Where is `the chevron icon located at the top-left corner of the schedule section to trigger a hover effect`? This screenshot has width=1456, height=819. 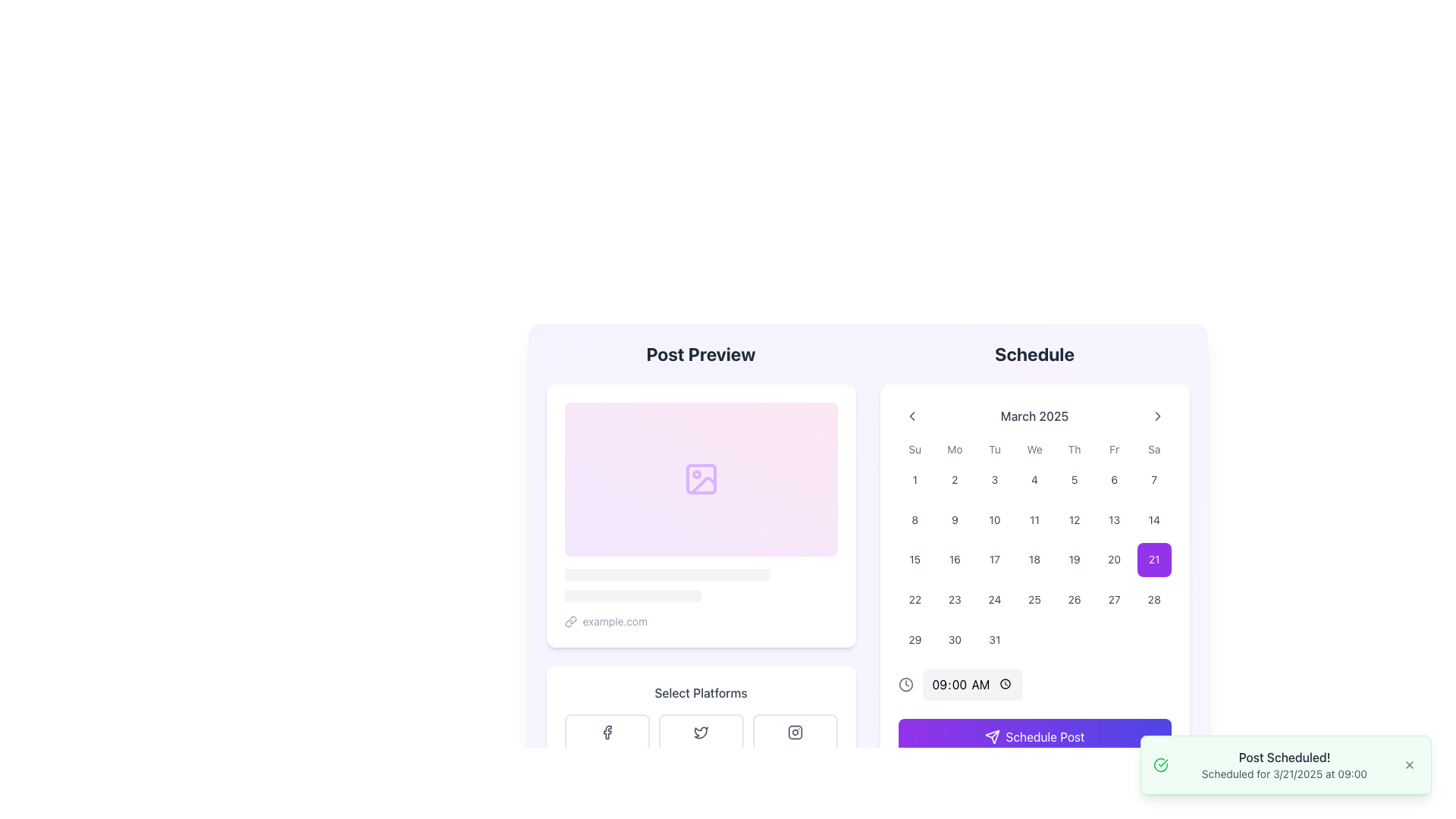 the chevron icon located at the top-left corner of the schedule section to trigger a hover effect is located at coordinates (911, 416).